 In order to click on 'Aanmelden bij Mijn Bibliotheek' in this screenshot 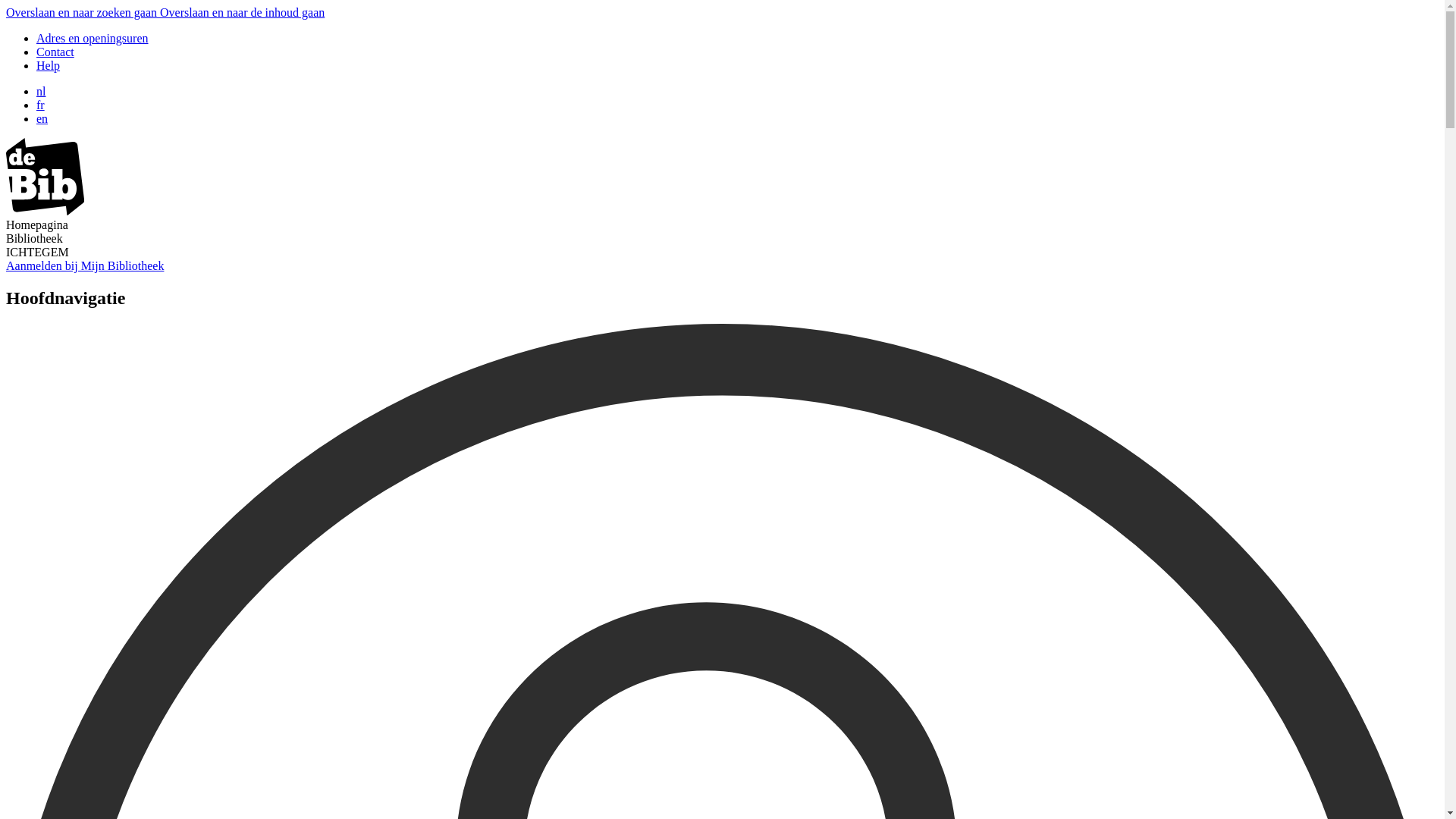, I will do `click(83, 265)`.